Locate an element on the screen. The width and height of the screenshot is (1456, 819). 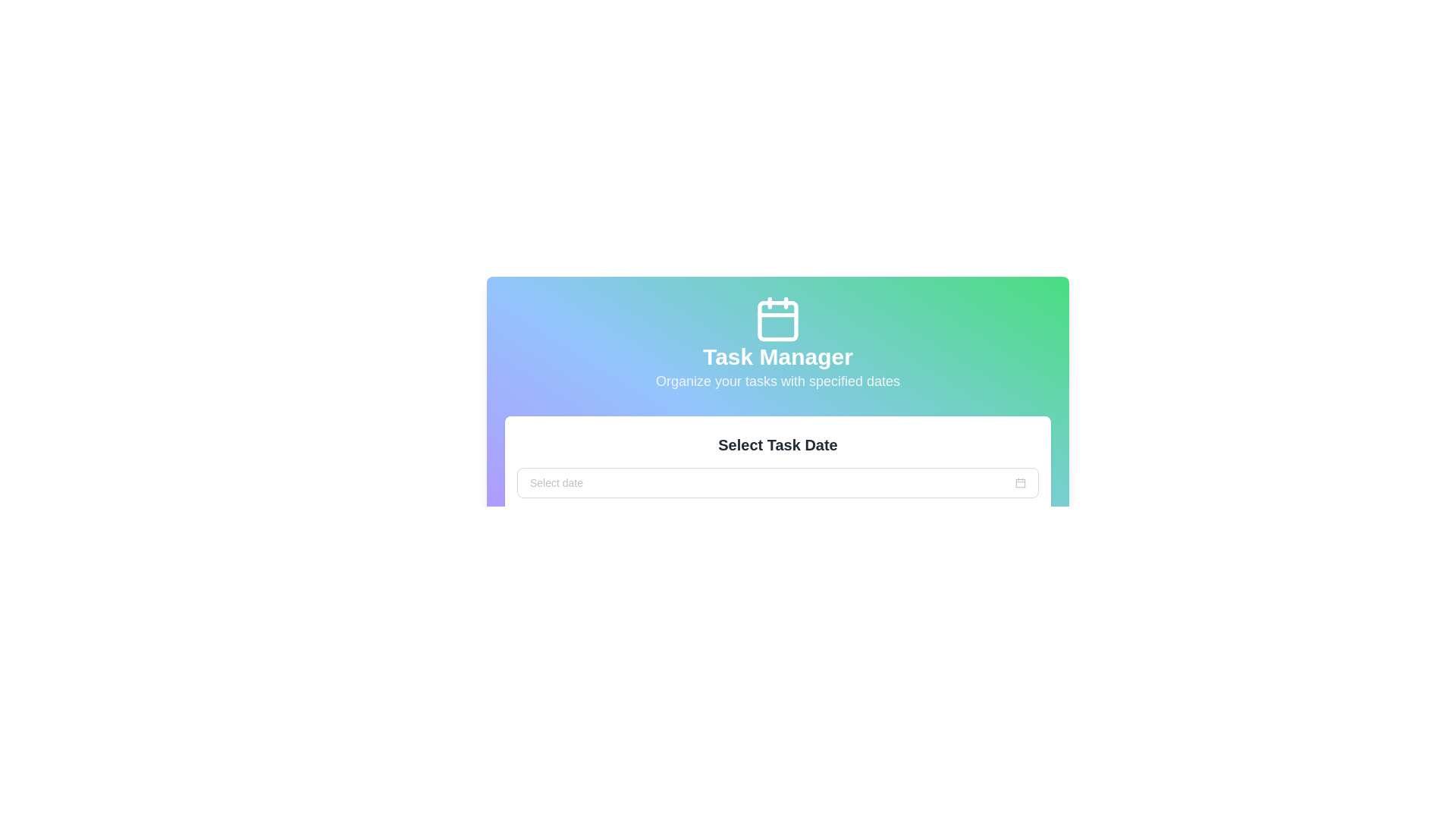
the rectangular icon component located in the lower-central area of the calendar icon, which has rounded corners and blends with the calendar's color scheme is located at coordinates (778, 320).